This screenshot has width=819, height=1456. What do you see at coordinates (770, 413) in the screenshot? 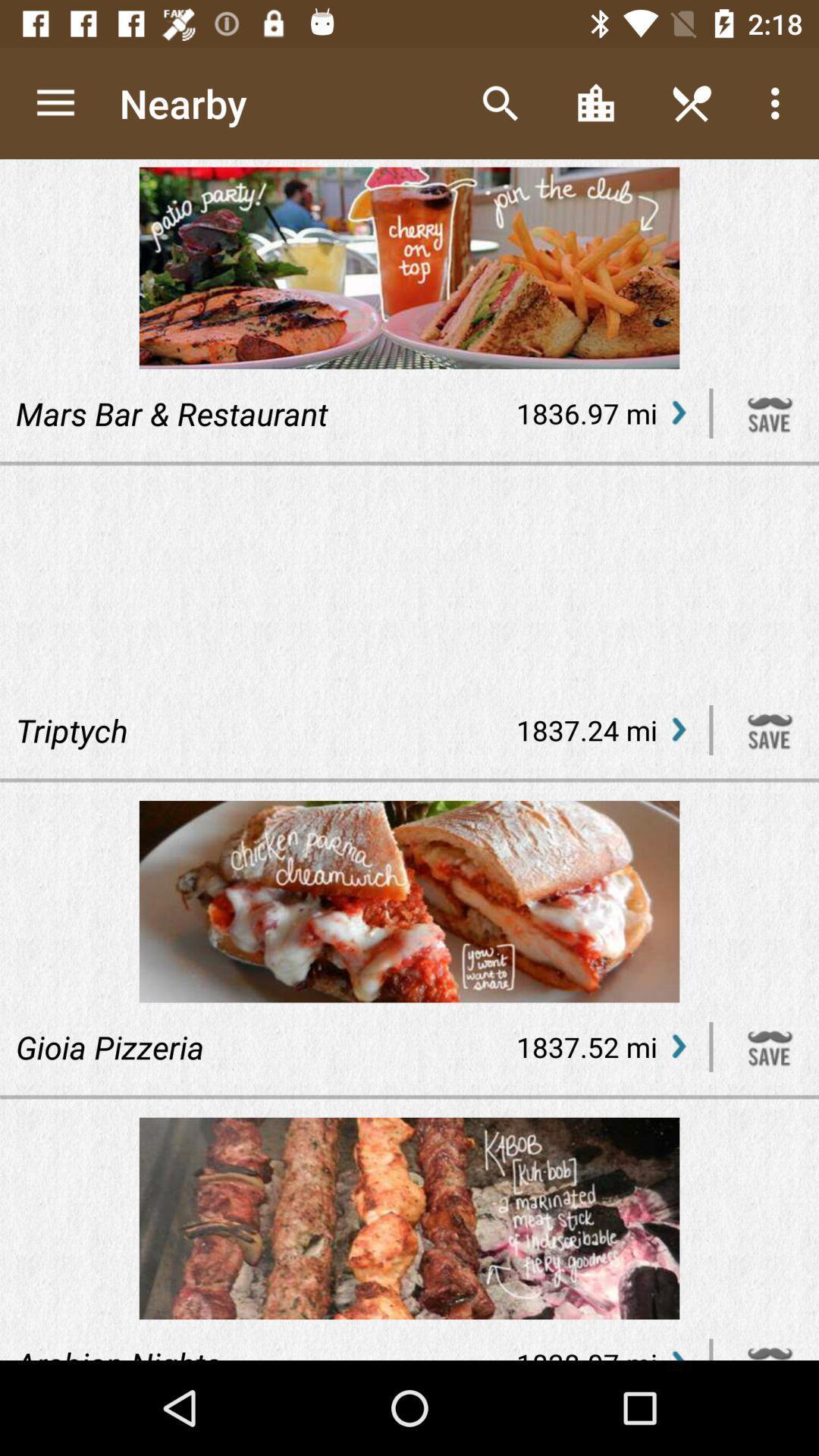
I see `restaurant` at bounding box center [770, 413].